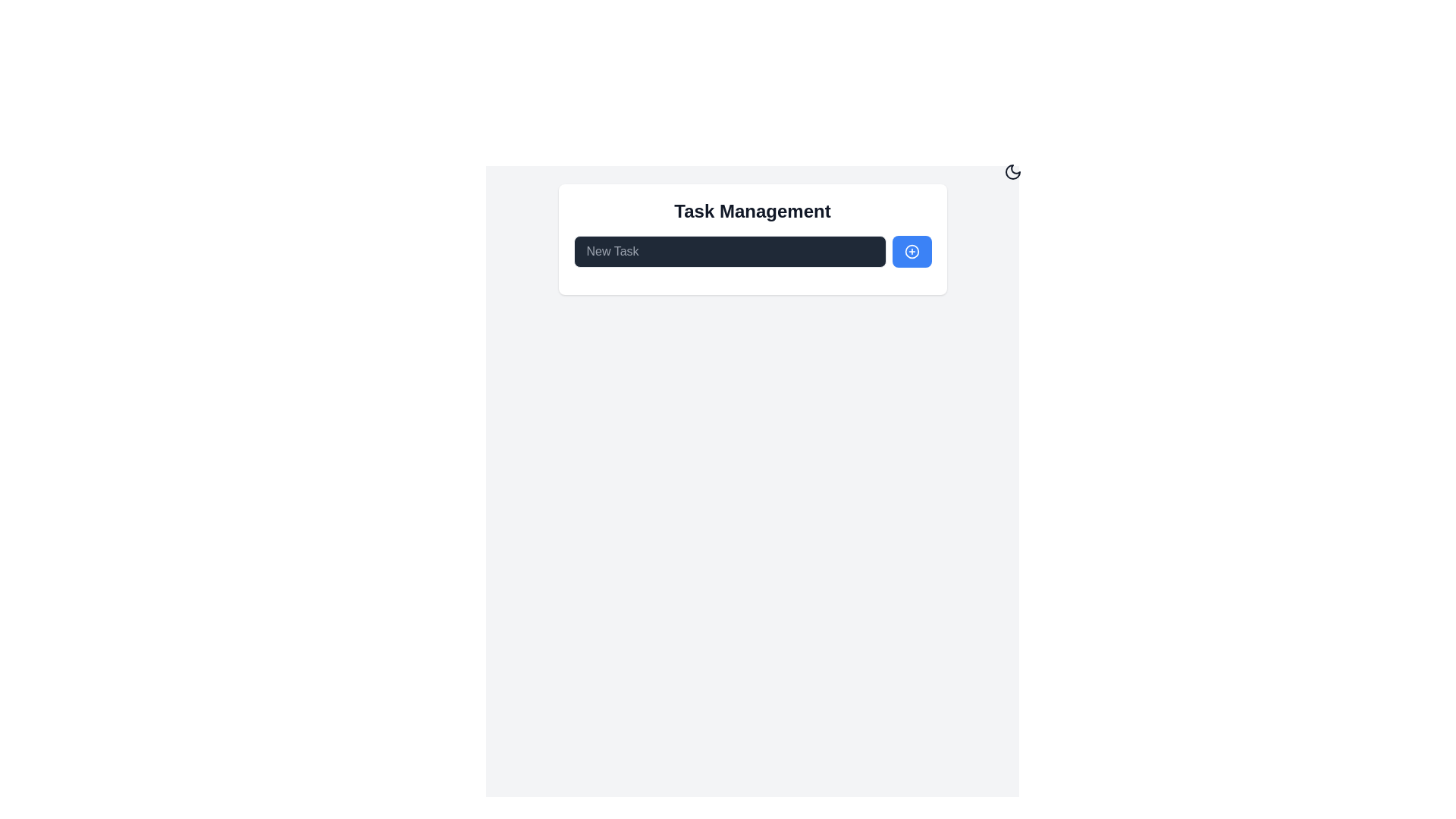 The height and width of the screenshot is (819, 1456). I want to click on the Text Label (Heading) which serves as a descriptive heading for the section, indicating the purpose or content of the interface below, so click(752, 211).